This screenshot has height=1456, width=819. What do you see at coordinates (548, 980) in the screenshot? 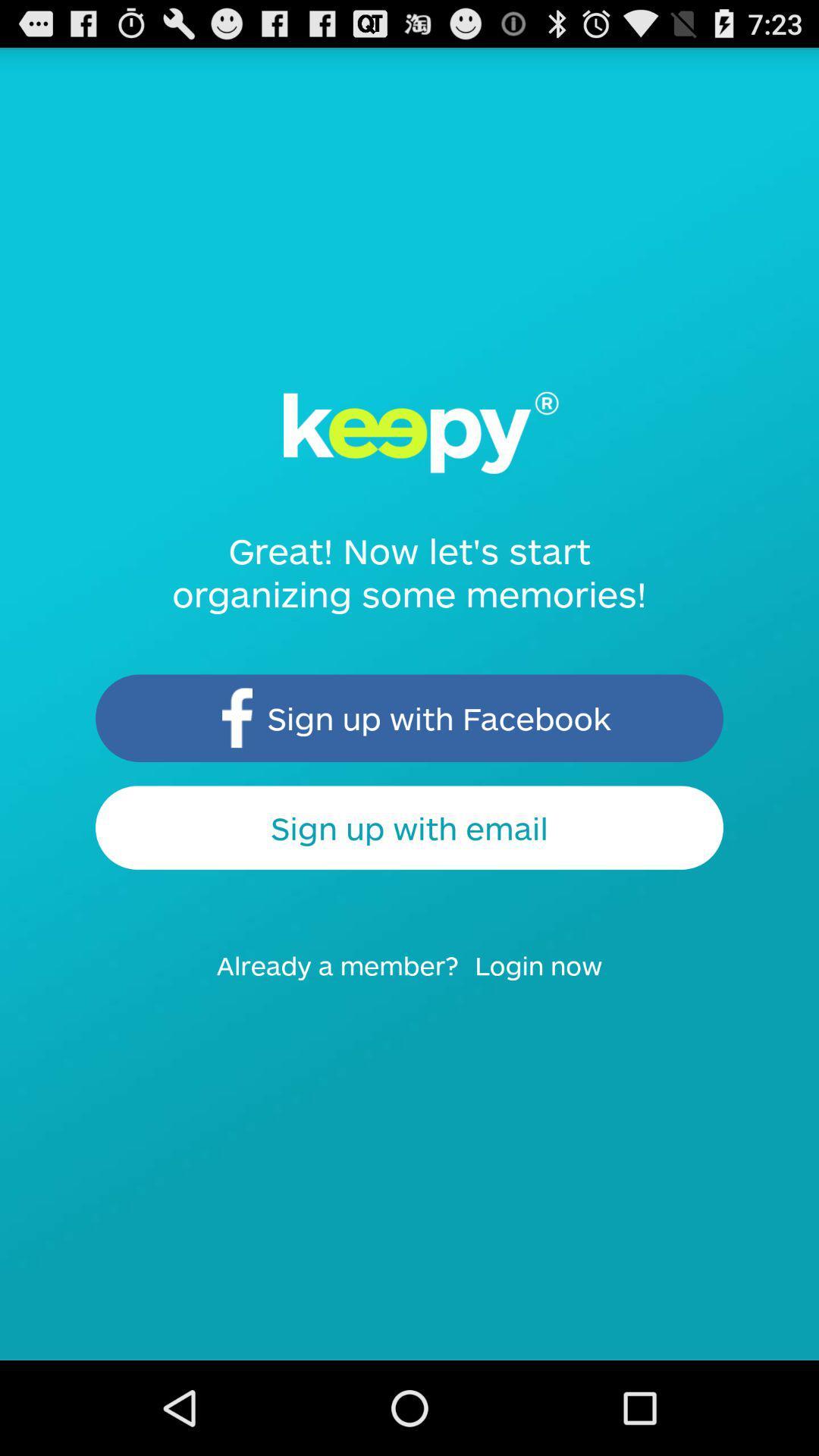
I see `button below the sign up with button` at bounding box center [548, 980].